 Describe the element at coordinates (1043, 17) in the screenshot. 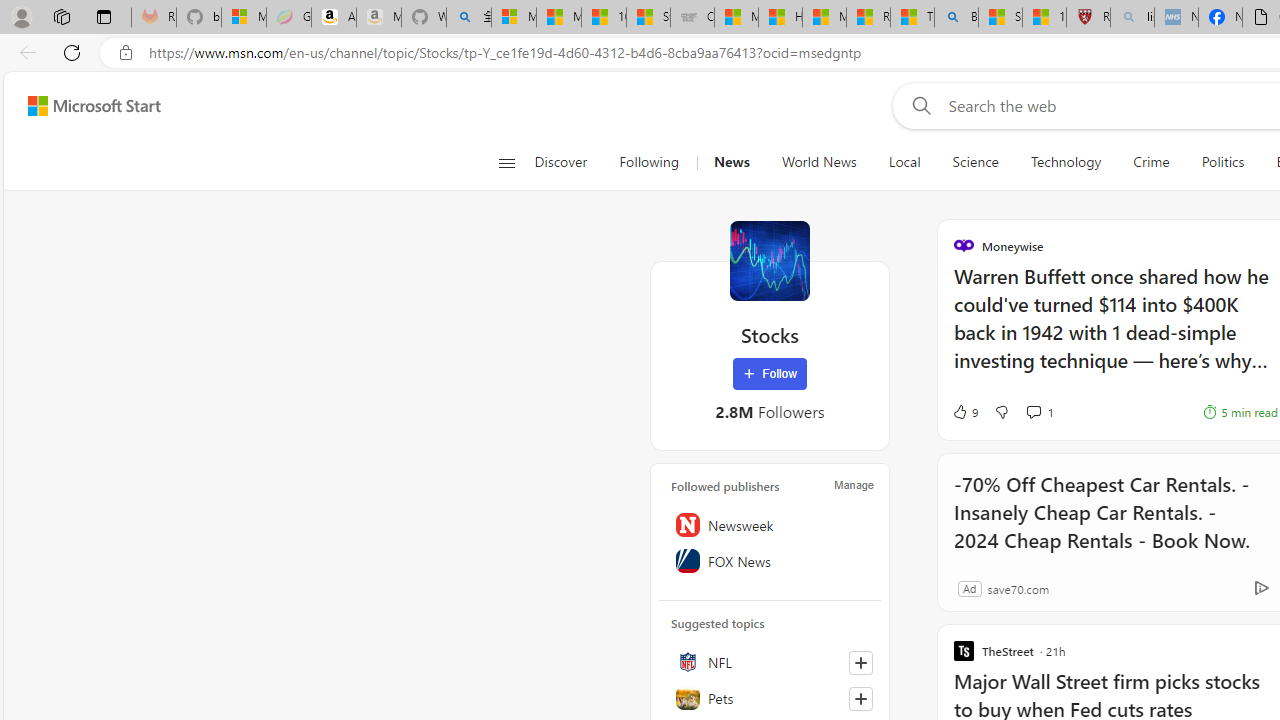

I see `'12 Popular Science Lies that Must be Corrected'` at that location.